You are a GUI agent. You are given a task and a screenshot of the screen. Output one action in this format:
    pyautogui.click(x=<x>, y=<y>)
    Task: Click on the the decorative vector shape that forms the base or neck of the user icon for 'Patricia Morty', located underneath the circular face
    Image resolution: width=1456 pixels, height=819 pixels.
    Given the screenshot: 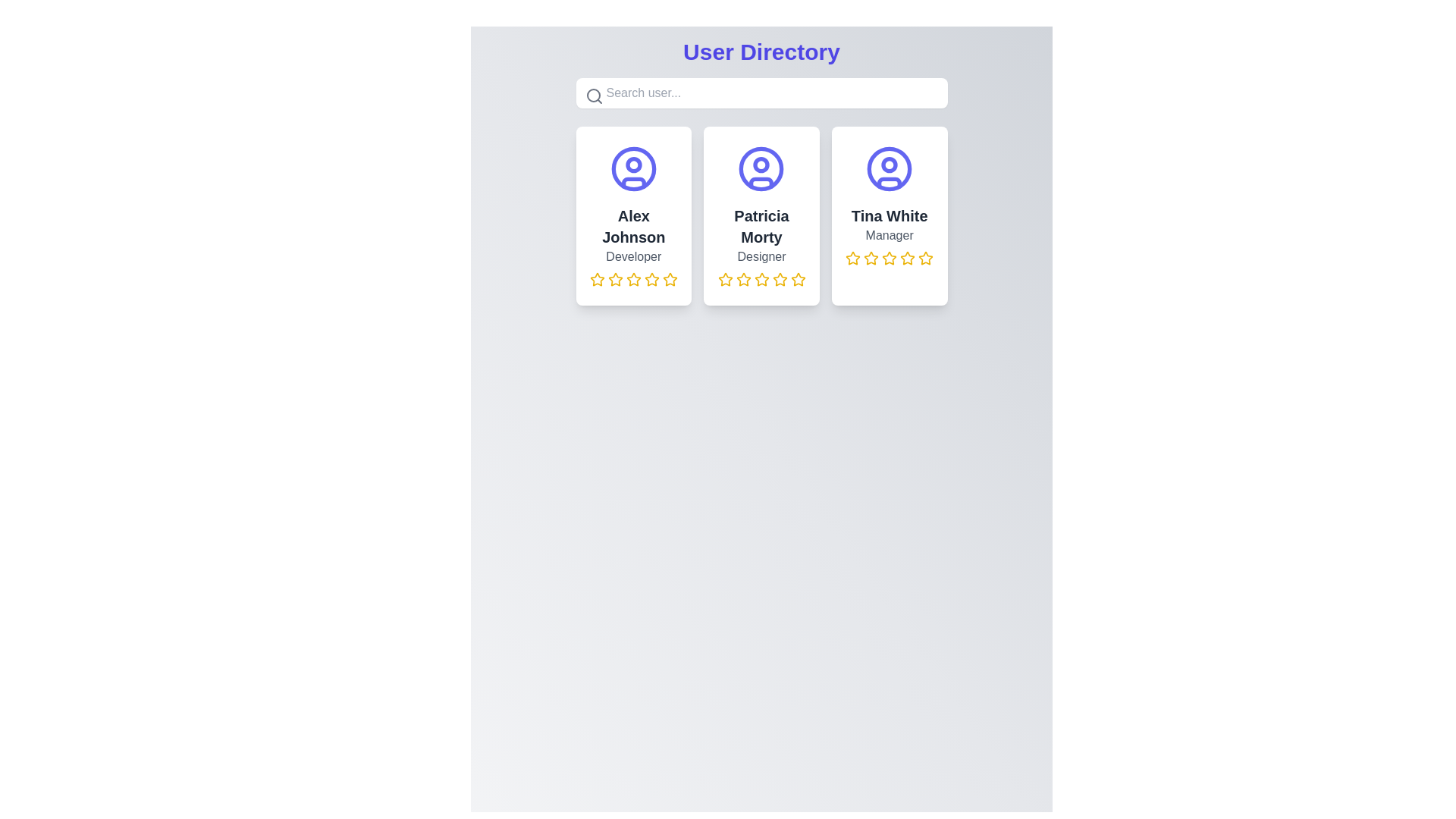 What is the action you would take?
    pyautogui.click(x=761, y=182)
    